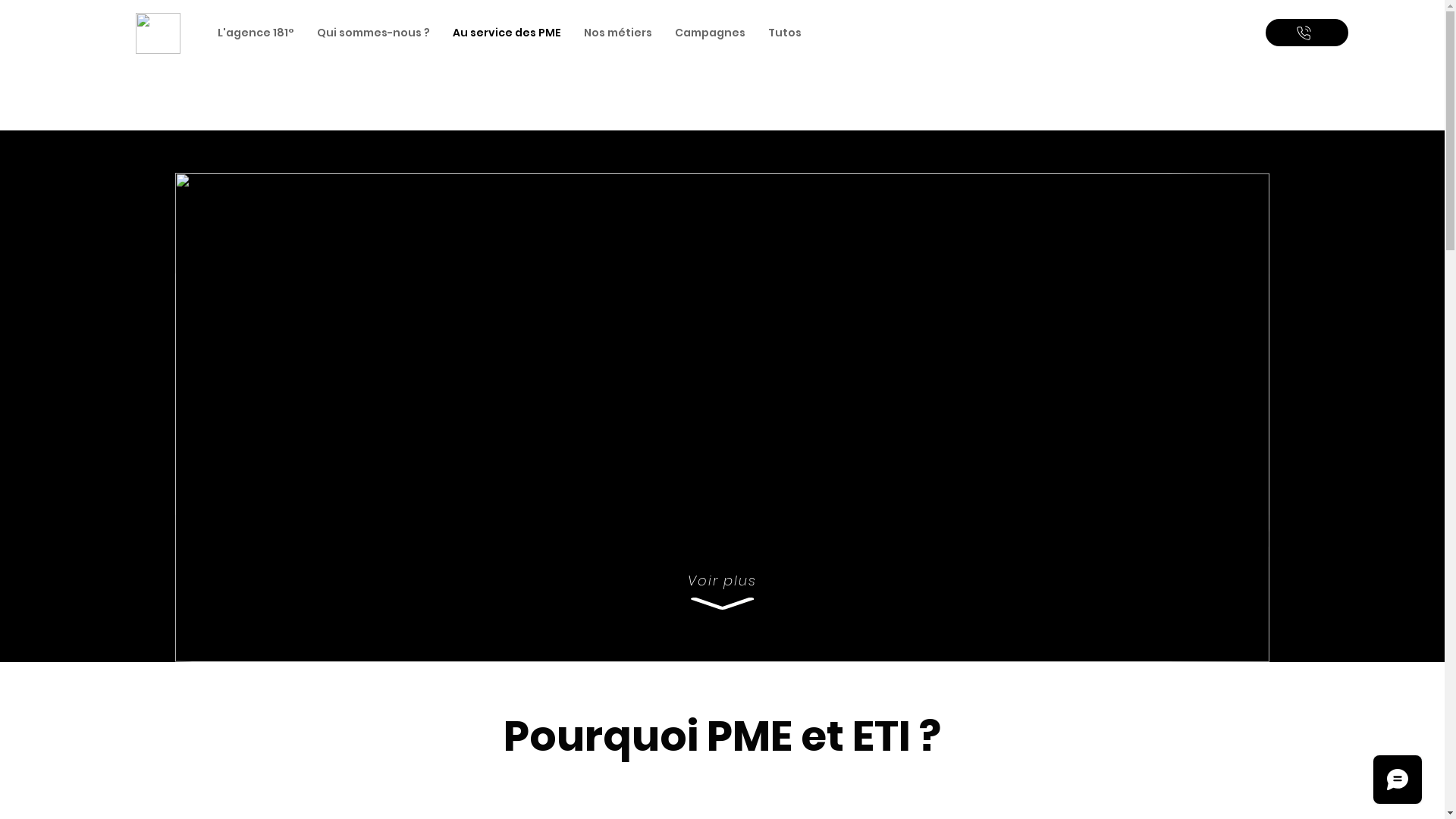 The width and height of the screenshot is (1456, 819). Describe the element at coordinates (663, 33) in the screenshot. I see `'Campagnes'` at that location.